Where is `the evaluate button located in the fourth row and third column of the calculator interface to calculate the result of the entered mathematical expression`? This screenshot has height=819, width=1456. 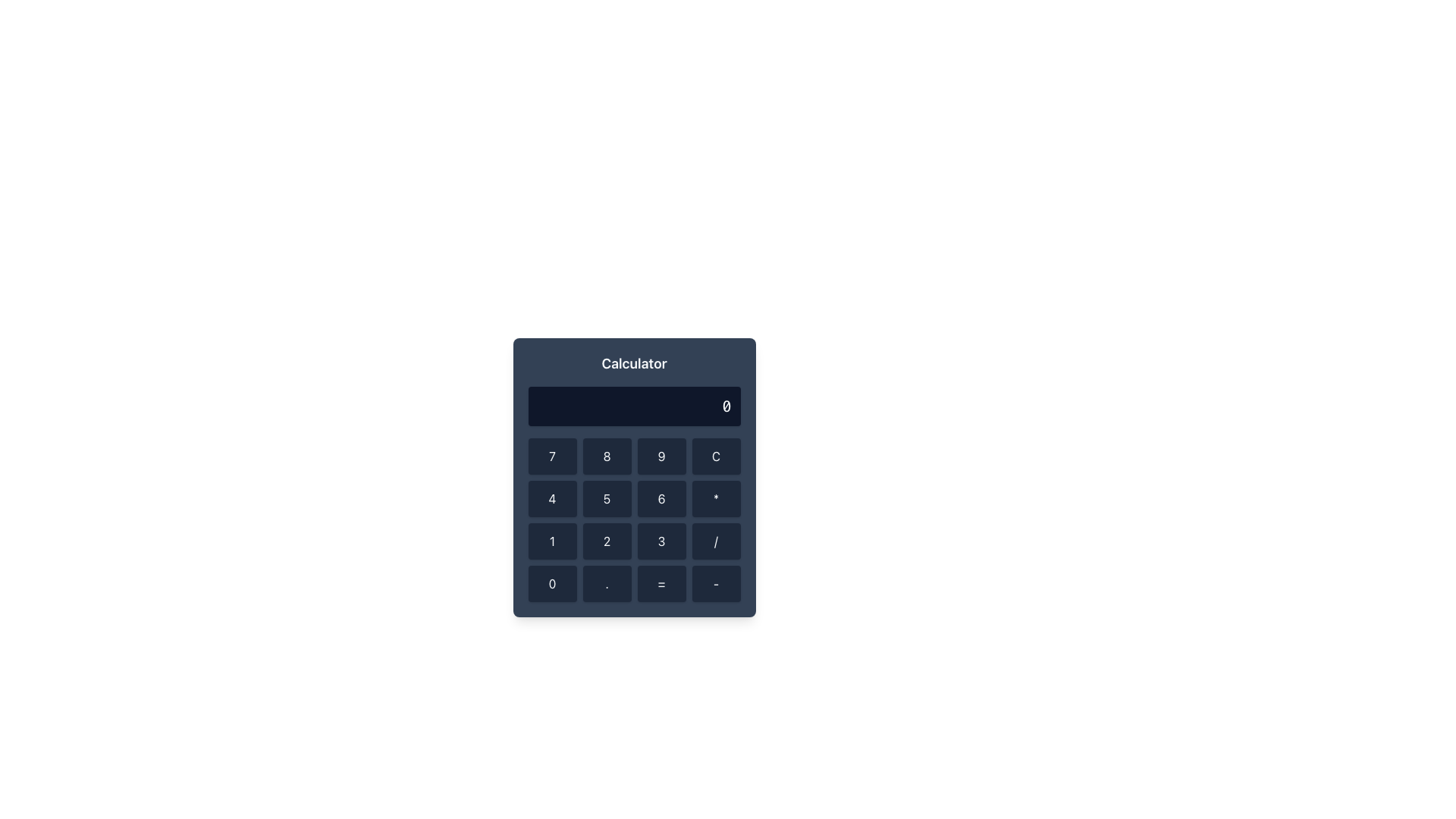 the evaluate button located in the fourth row and third column of the calculator interface to calculate the result of the entered mathematical expression is located at coordinates (661, 583).